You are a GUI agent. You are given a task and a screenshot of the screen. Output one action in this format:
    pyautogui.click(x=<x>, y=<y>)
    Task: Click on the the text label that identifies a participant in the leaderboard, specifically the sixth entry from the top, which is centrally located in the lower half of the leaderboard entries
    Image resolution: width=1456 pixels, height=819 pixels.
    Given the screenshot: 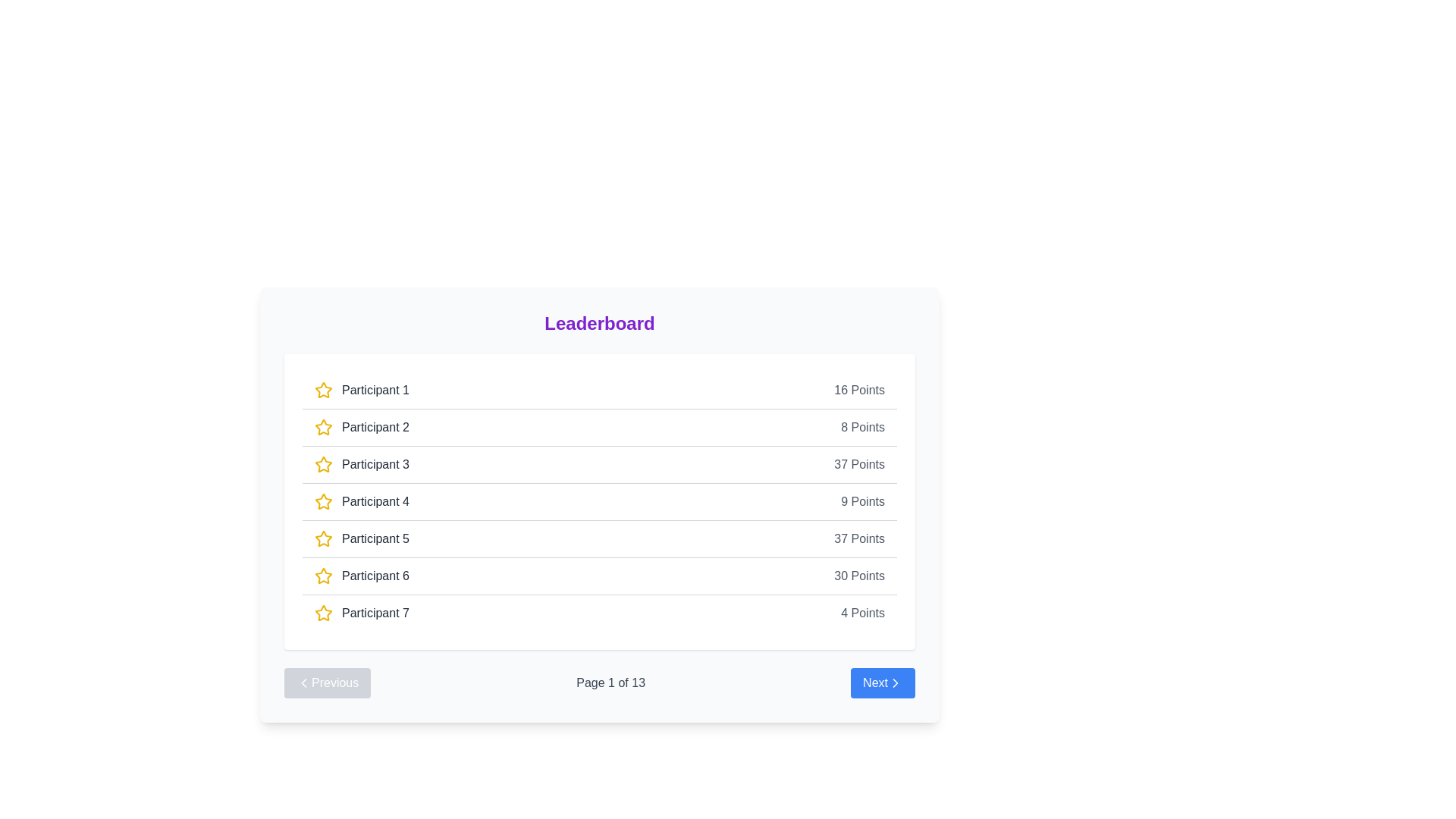 What is the action you would take?
    pyautogui.click(x=375, y=576)
    